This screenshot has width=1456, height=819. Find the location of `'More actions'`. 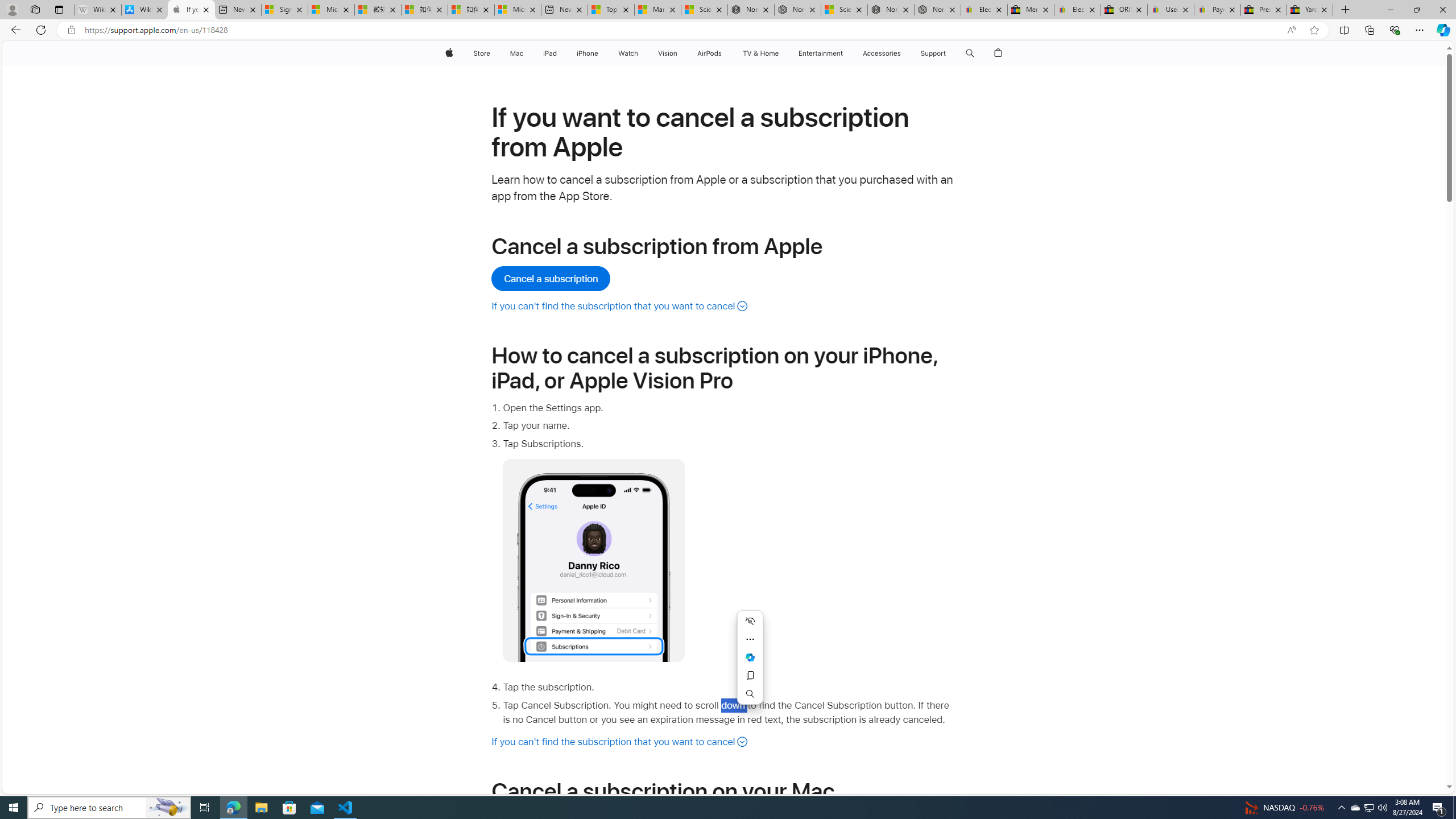

'More actions' is located at coordinates (750, 638).